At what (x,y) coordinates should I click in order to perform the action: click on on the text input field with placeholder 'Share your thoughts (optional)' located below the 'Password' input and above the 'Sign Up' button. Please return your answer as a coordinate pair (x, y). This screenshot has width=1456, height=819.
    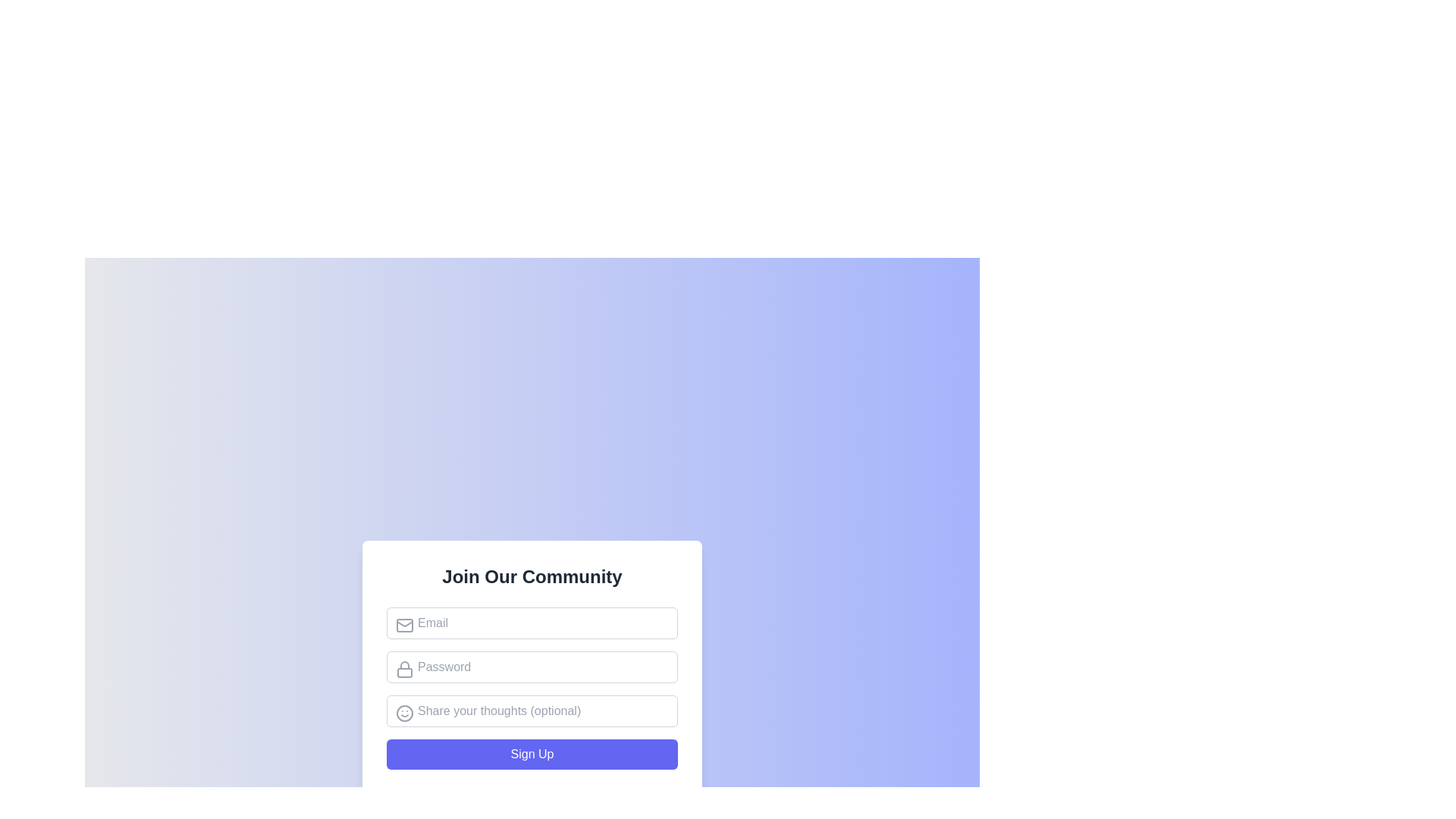
    Looking at the image, I should click on (532, 711).